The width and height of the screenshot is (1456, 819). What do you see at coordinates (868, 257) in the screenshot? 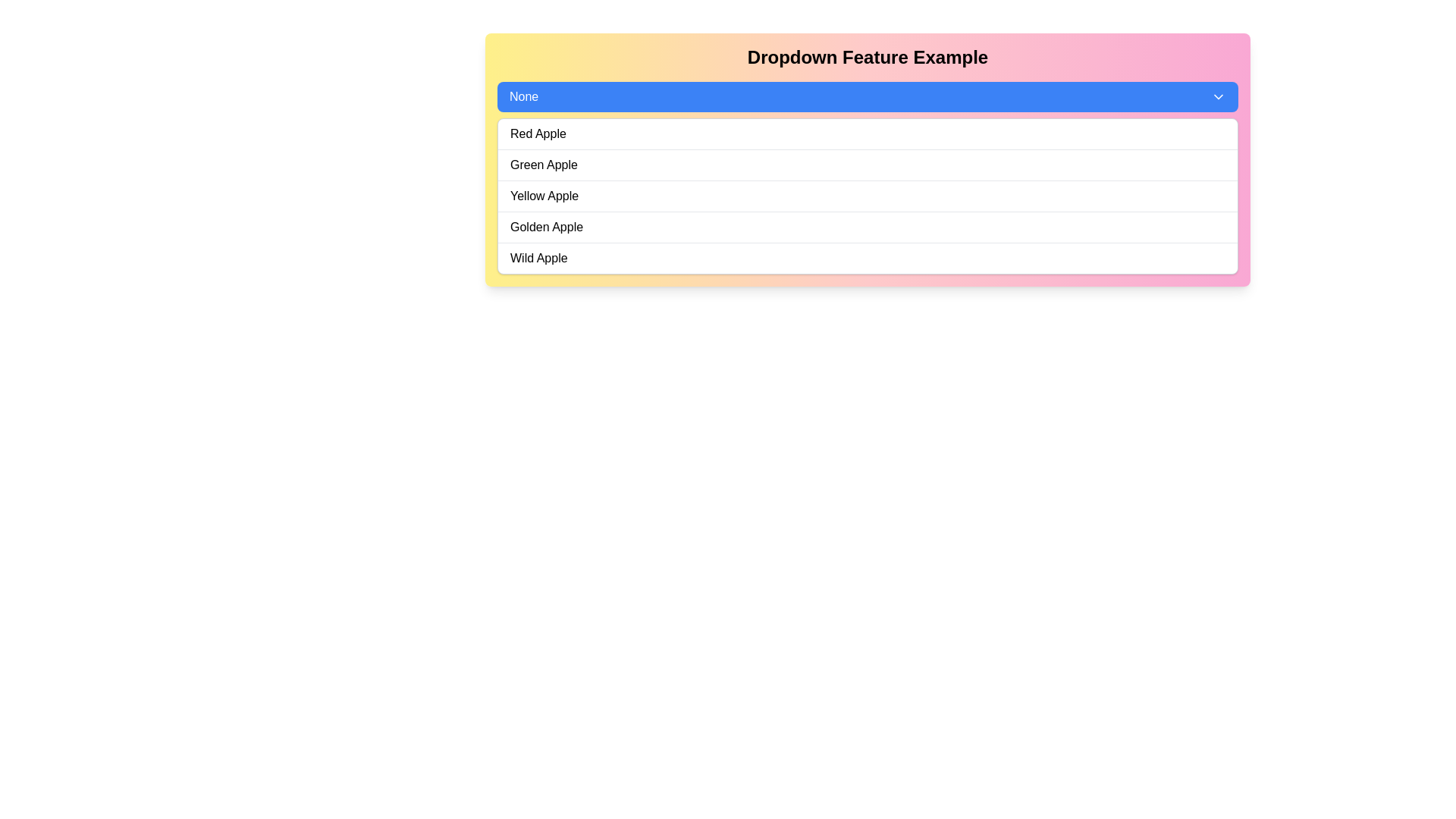
I see `the 'Wild Apple' option in the dropdown menu, which is the last item in the list` at bounding box center [868, 257].